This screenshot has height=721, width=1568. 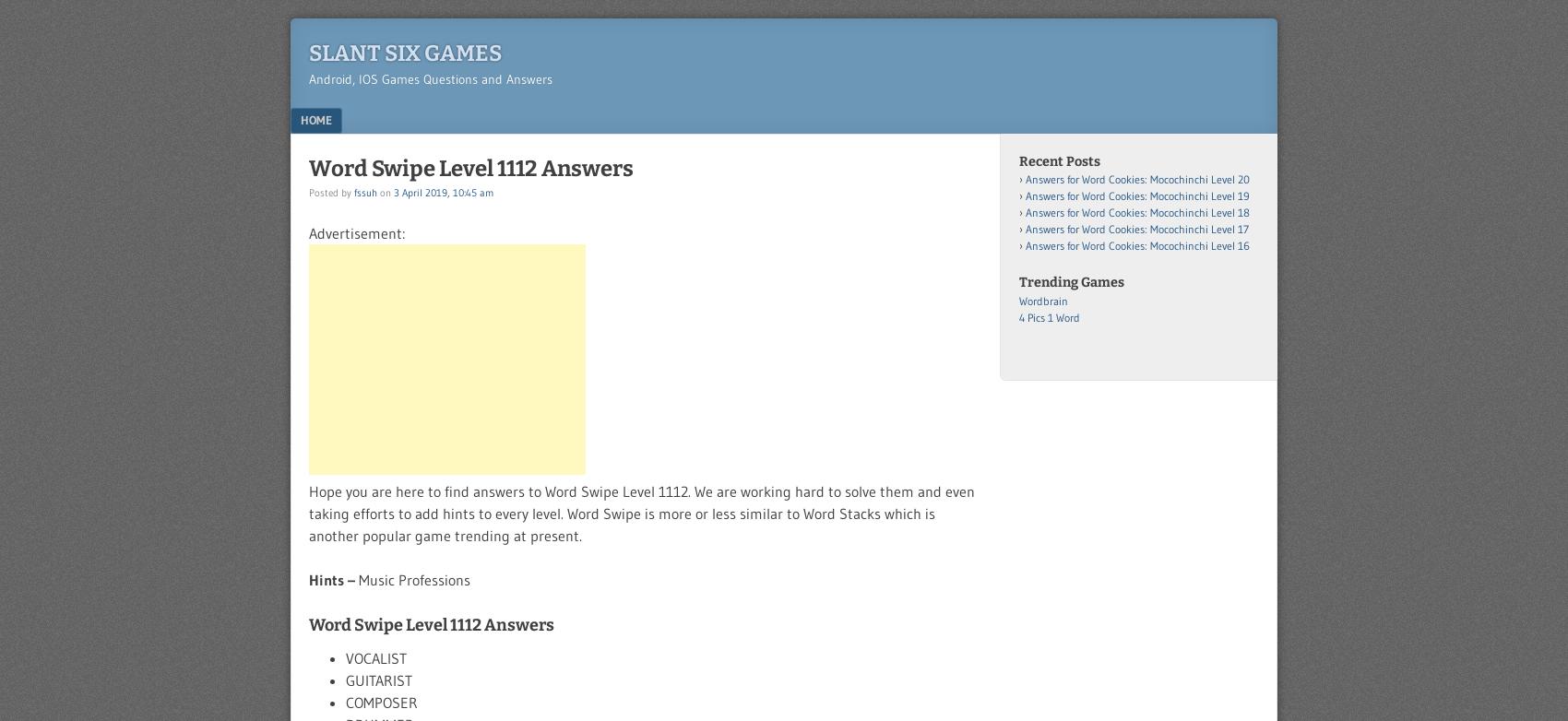 What do you see at coordinates (1136, 211) in the screenshot?
I see `'Answers for Word Cookies: Mocochinchi Level 18'` at bounding box center [1136, 211].